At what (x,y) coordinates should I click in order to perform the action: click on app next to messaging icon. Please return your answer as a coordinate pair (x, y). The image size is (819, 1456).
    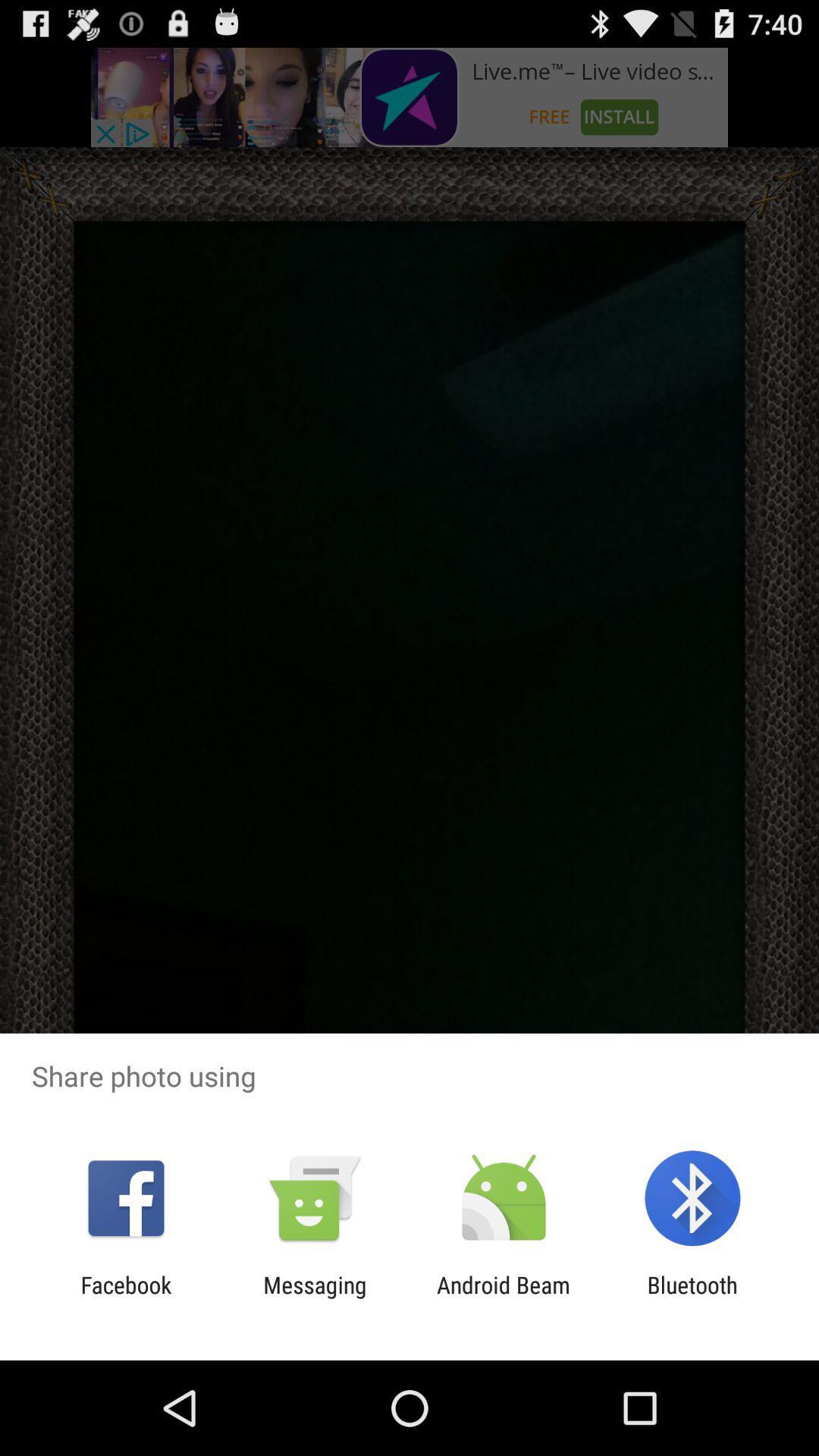
    Looking at the image, I should click on (504, 1298).